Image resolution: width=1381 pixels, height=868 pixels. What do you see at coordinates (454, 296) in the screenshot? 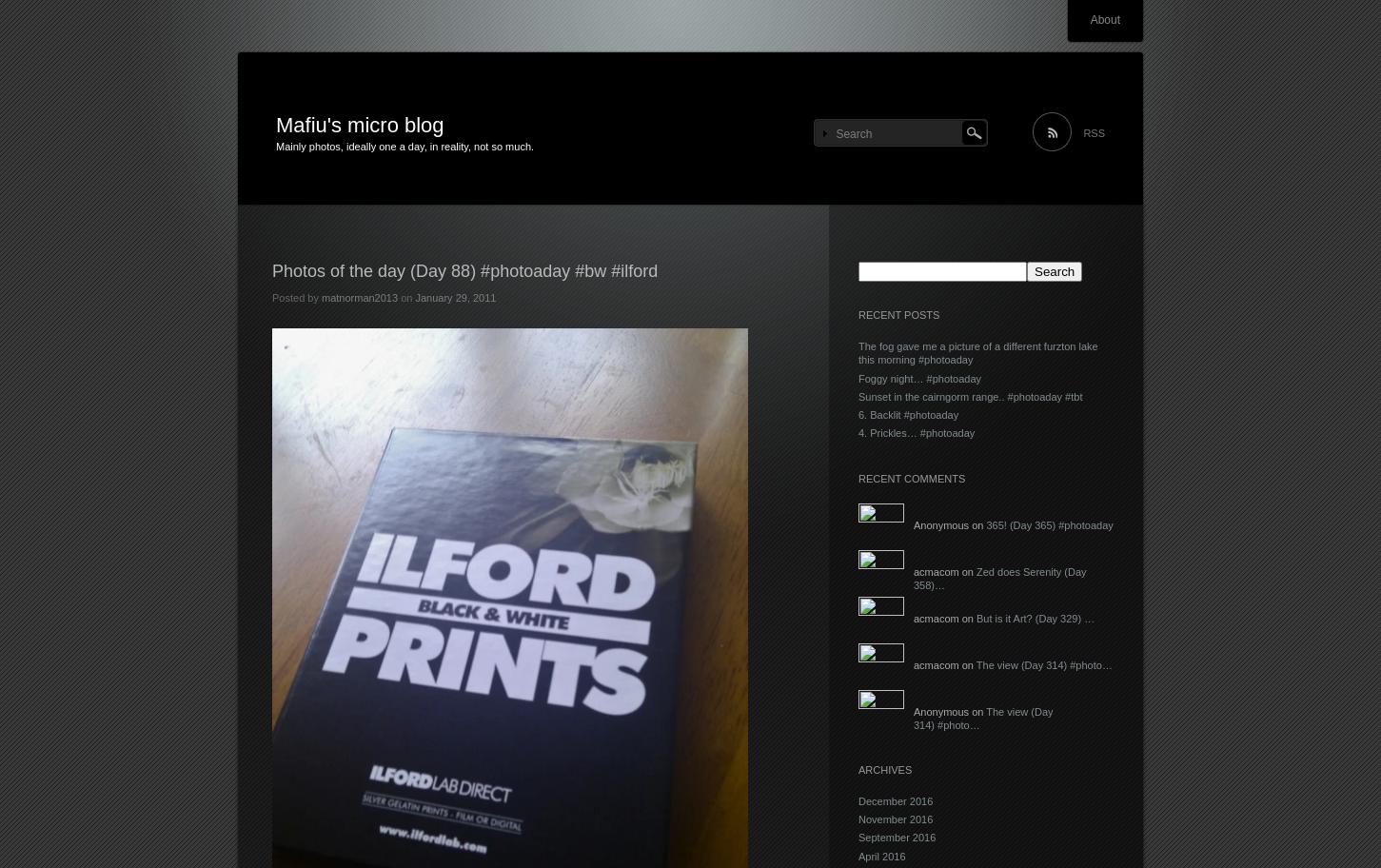
I see `'January 29, 2011'` at bounding box center [454, 296].